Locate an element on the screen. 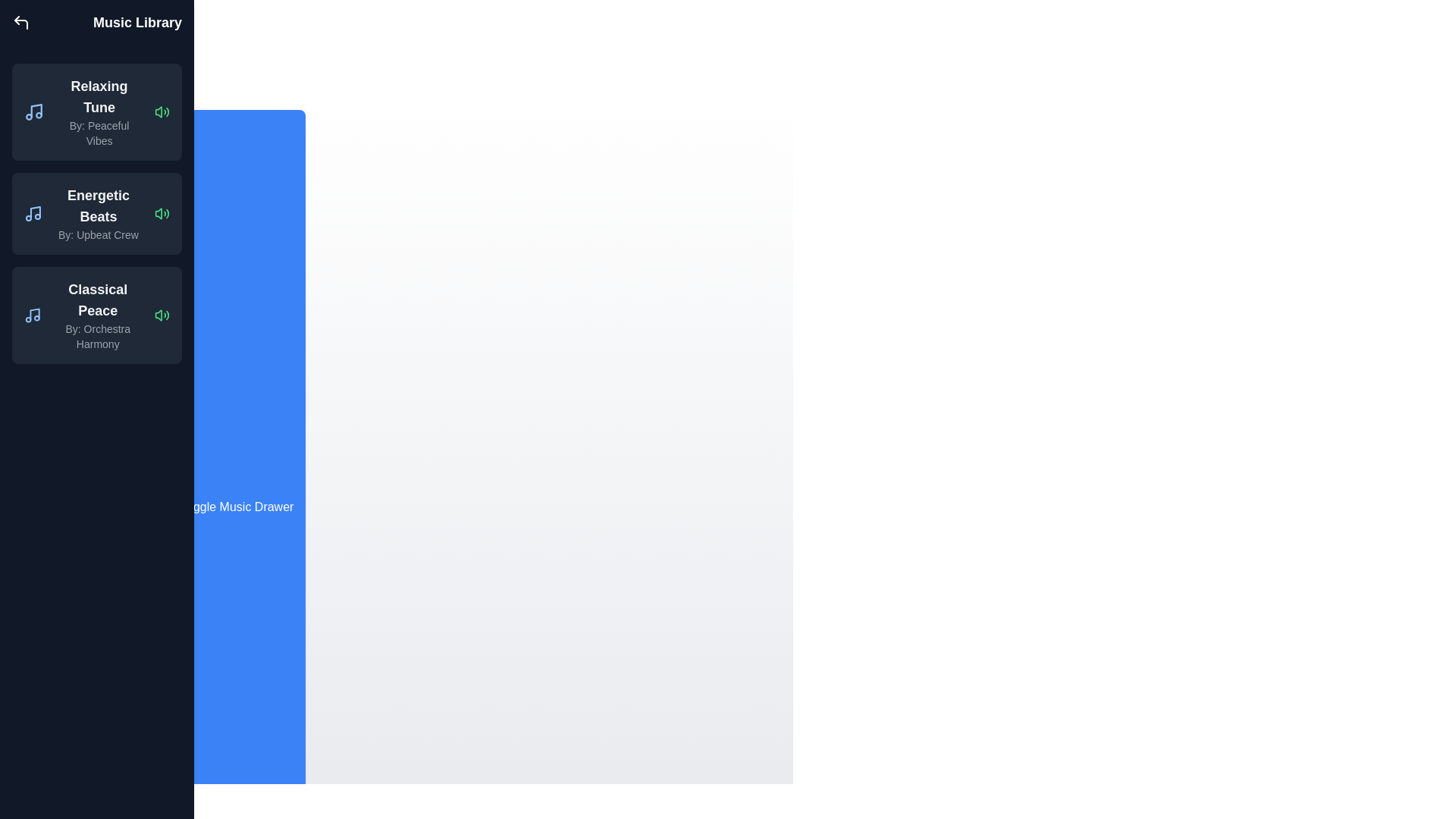 The width and height of the screenshot is (1456, 819). the track Relaxing Tune from the list is located at coordinates (162, 111).